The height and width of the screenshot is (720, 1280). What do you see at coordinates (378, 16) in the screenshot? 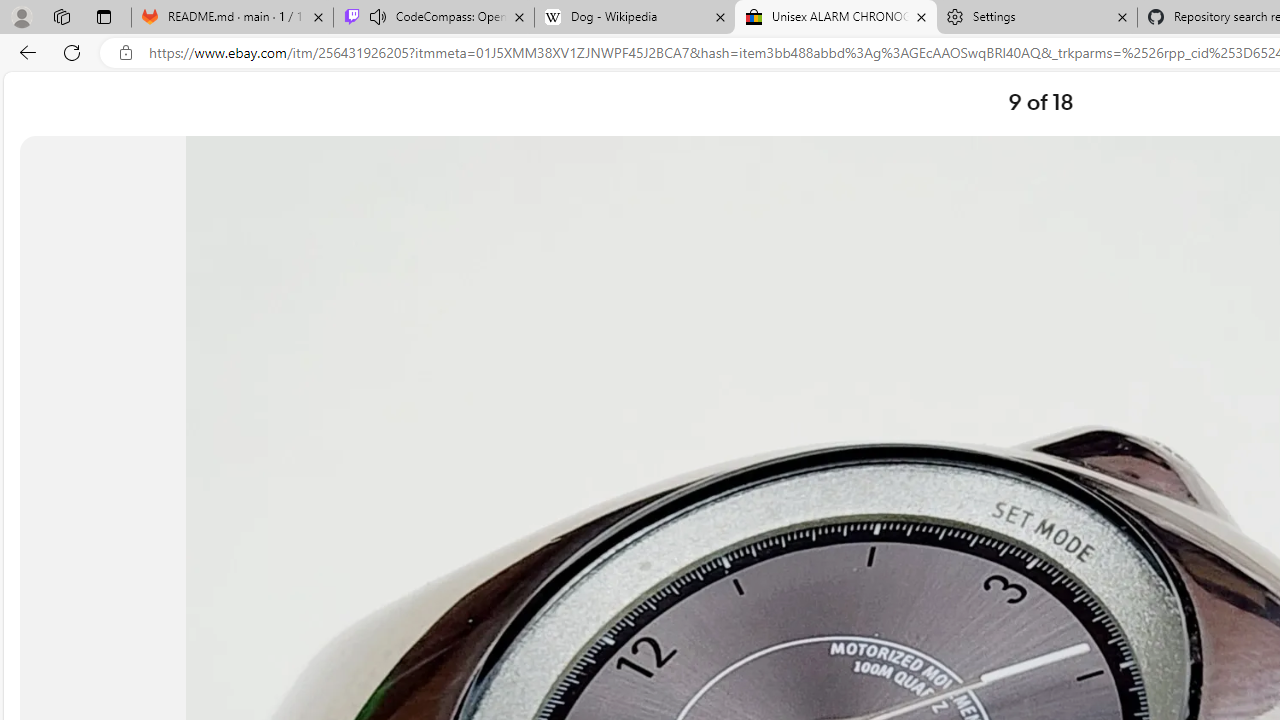
I see `'Mute tab'` at bounding box center [378, 16].